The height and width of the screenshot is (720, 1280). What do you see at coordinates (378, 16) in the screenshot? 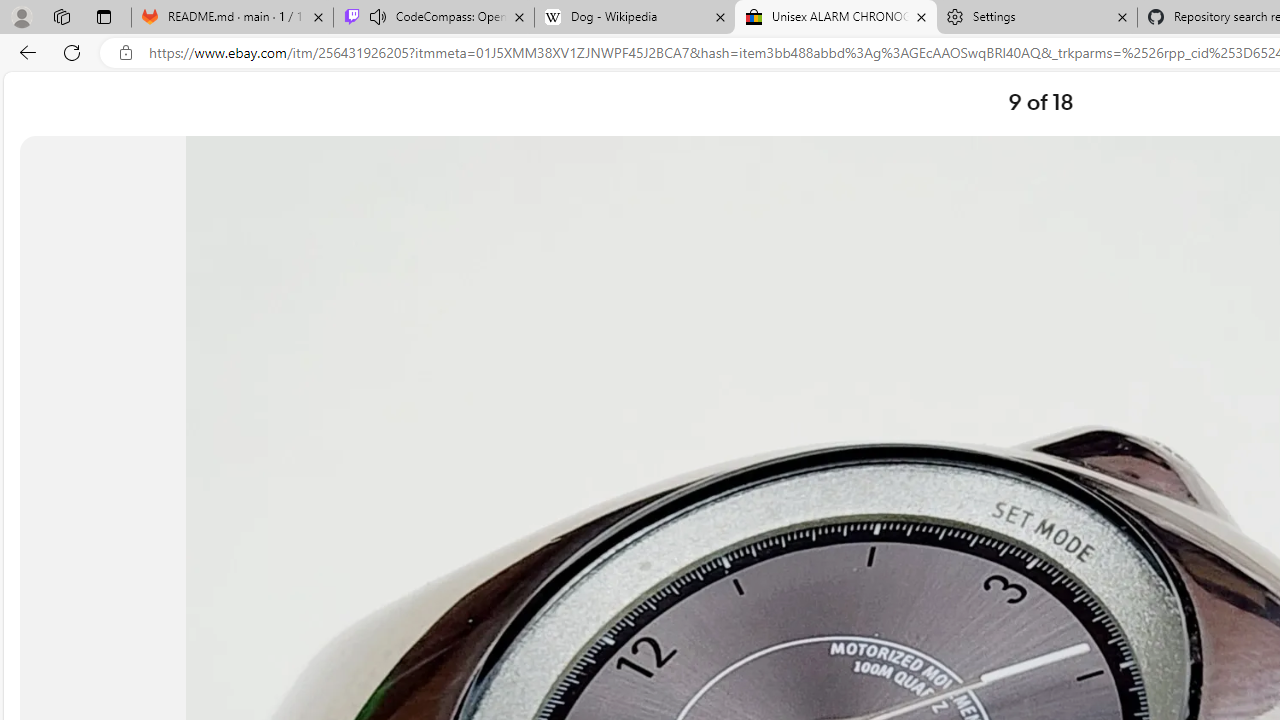
I see `'Mute tab'` at bounding box center [378, 16].